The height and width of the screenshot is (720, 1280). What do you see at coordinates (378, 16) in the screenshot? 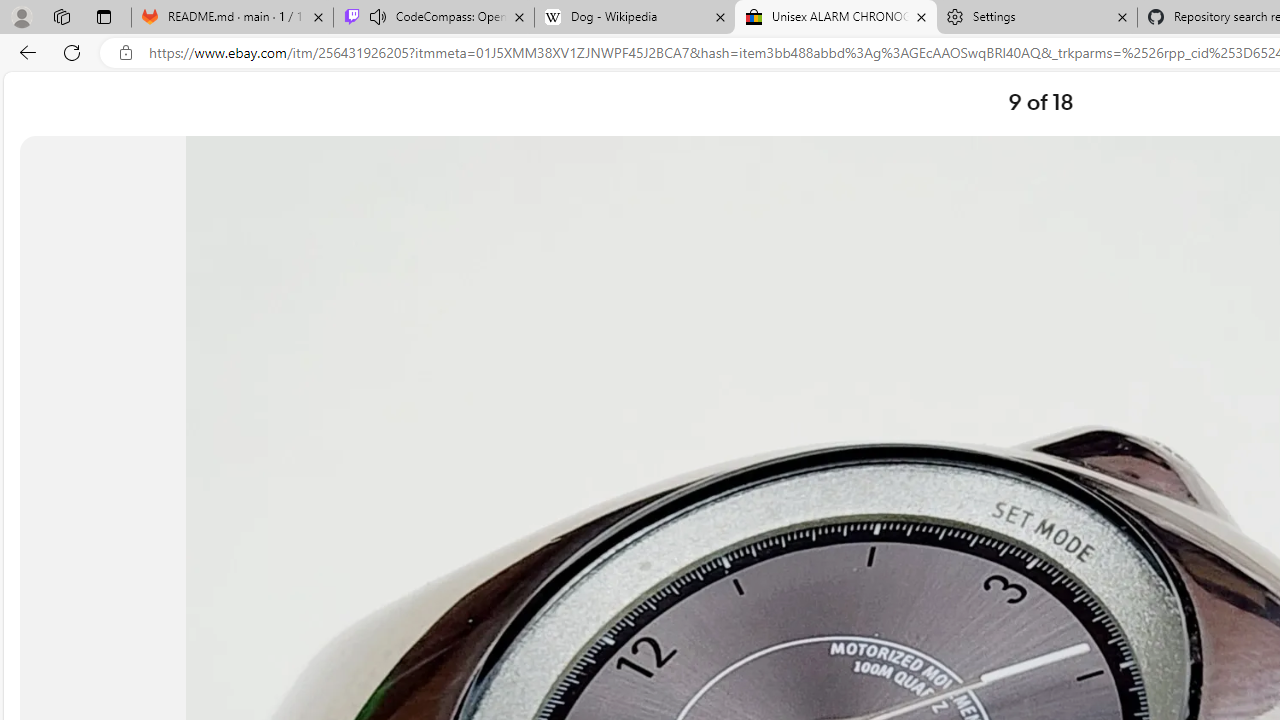
I see `'Mute tab'` at bounding box center [378, 16].